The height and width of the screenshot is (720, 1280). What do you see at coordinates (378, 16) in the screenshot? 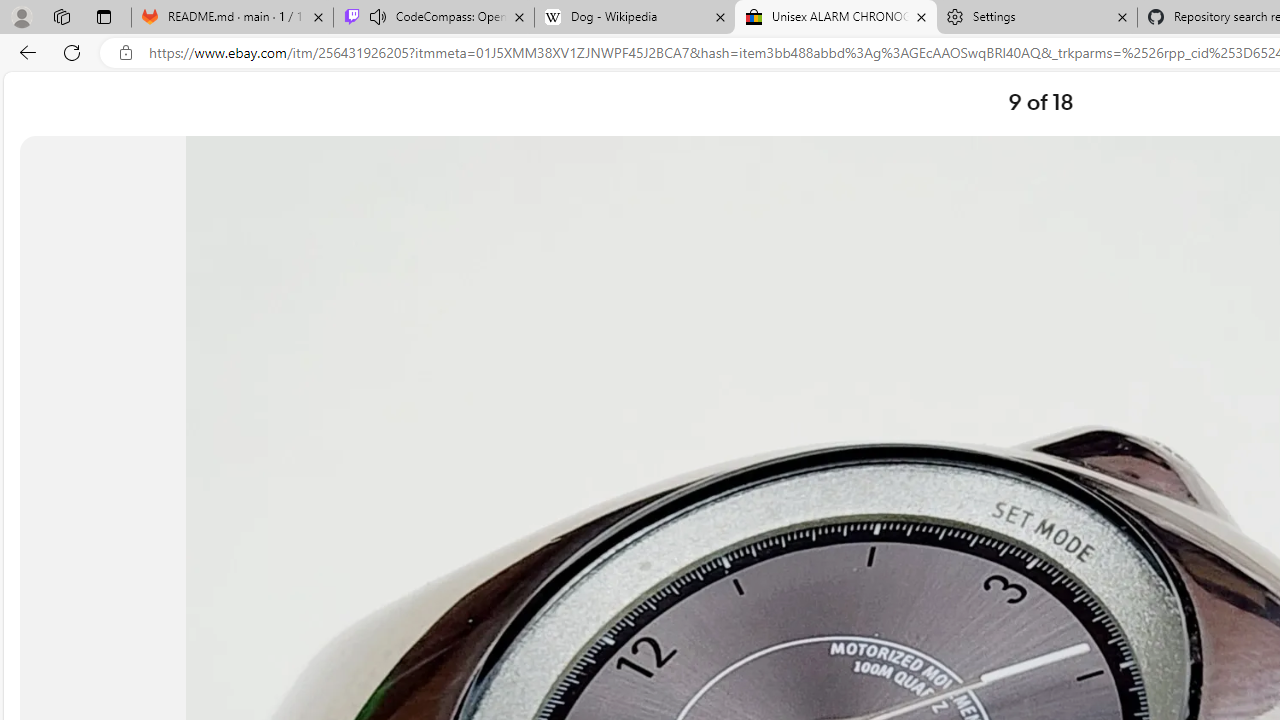
I see `'Mute tab'` at bounding box center [378, 16].